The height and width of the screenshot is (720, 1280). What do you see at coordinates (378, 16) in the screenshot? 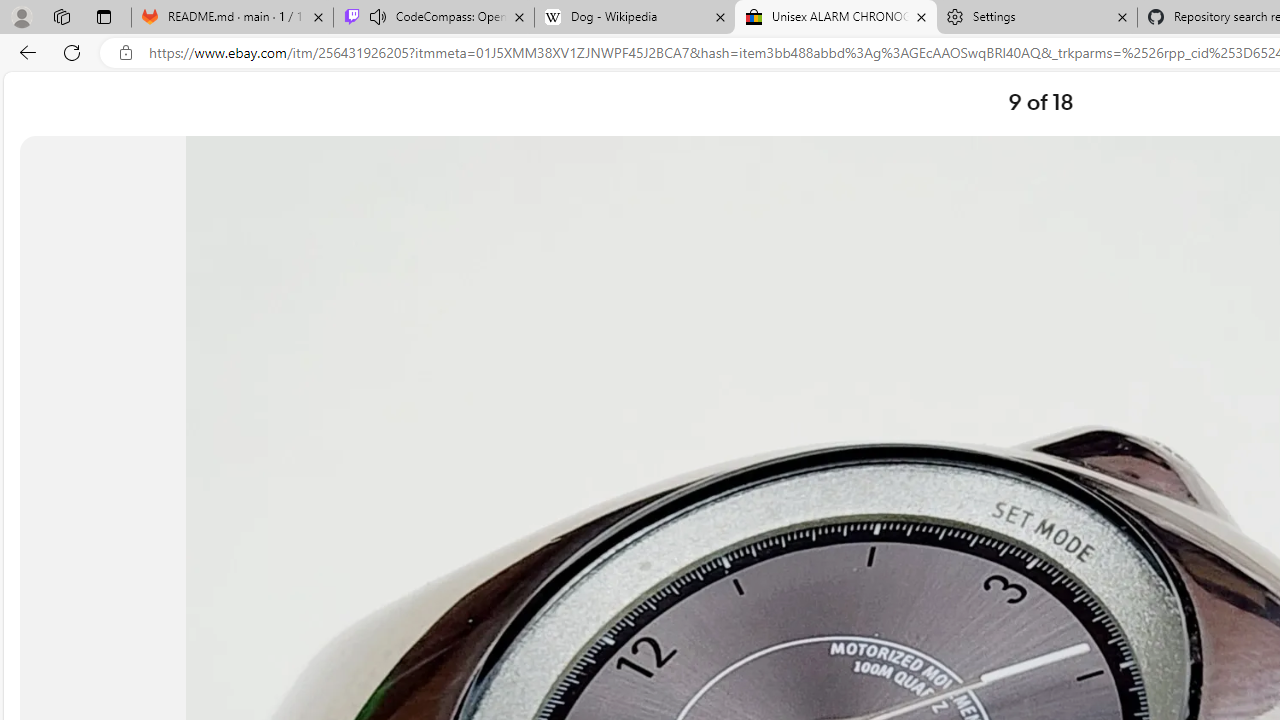
I see `'Mute tab'` at bounding box center [378, 16].